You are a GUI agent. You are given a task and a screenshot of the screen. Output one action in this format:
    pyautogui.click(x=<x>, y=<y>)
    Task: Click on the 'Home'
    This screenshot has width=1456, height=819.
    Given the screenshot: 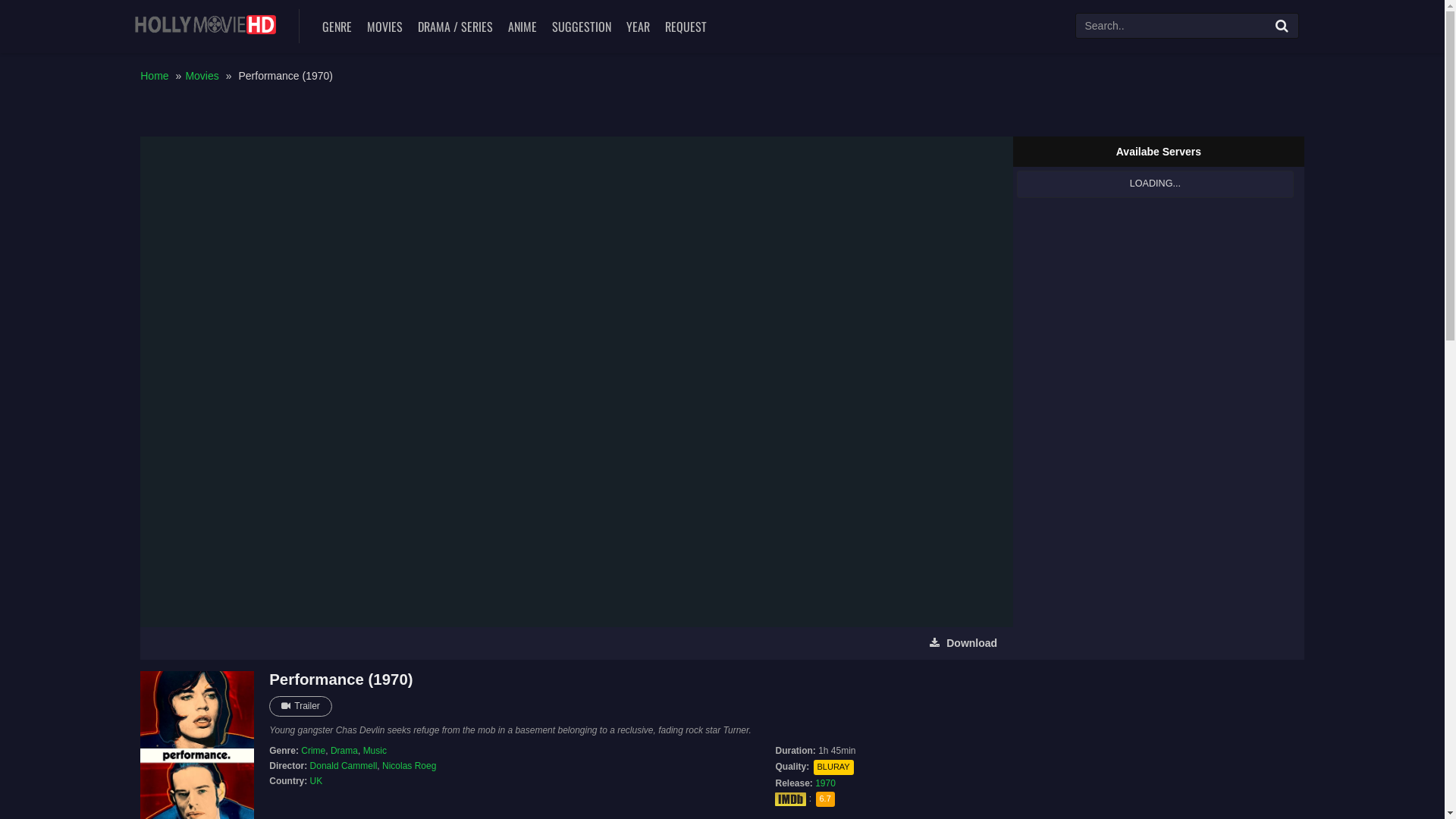 What is the action you would take?
    pyautogui.click(x=154, y=76)
    